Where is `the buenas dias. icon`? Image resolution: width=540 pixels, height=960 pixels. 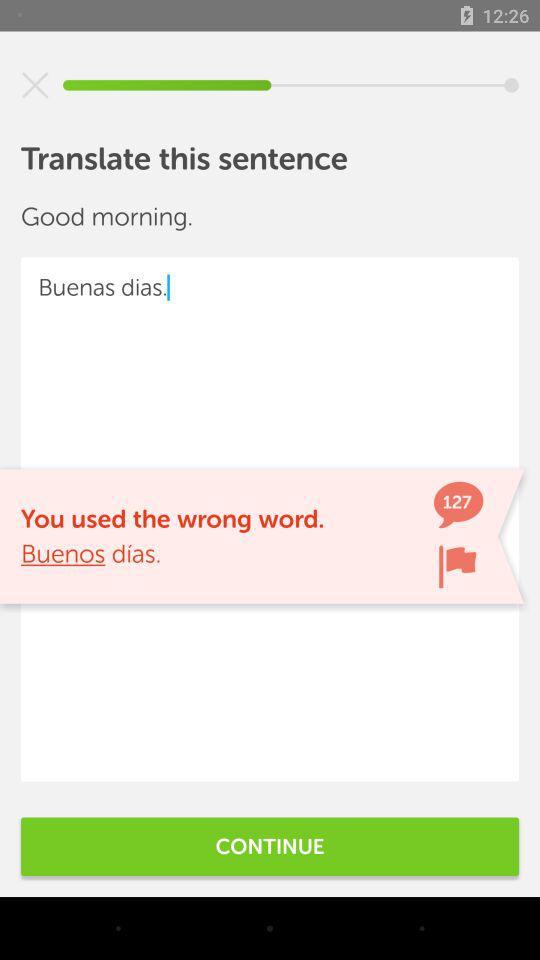
the buenas dias. icon is located at coordinates (270, 518).